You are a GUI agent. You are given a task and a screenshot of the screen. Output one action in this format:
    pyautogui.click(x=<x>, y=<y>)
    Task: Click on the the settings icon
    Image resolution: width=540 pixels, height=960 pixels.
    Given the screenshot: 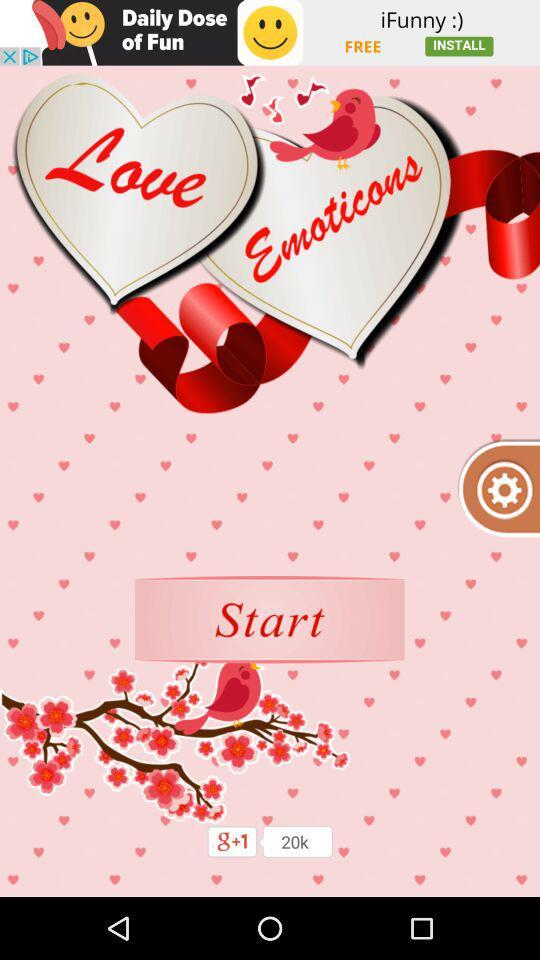 What is the action you would take?
    pyautogui.click(x=497, y=521)
    